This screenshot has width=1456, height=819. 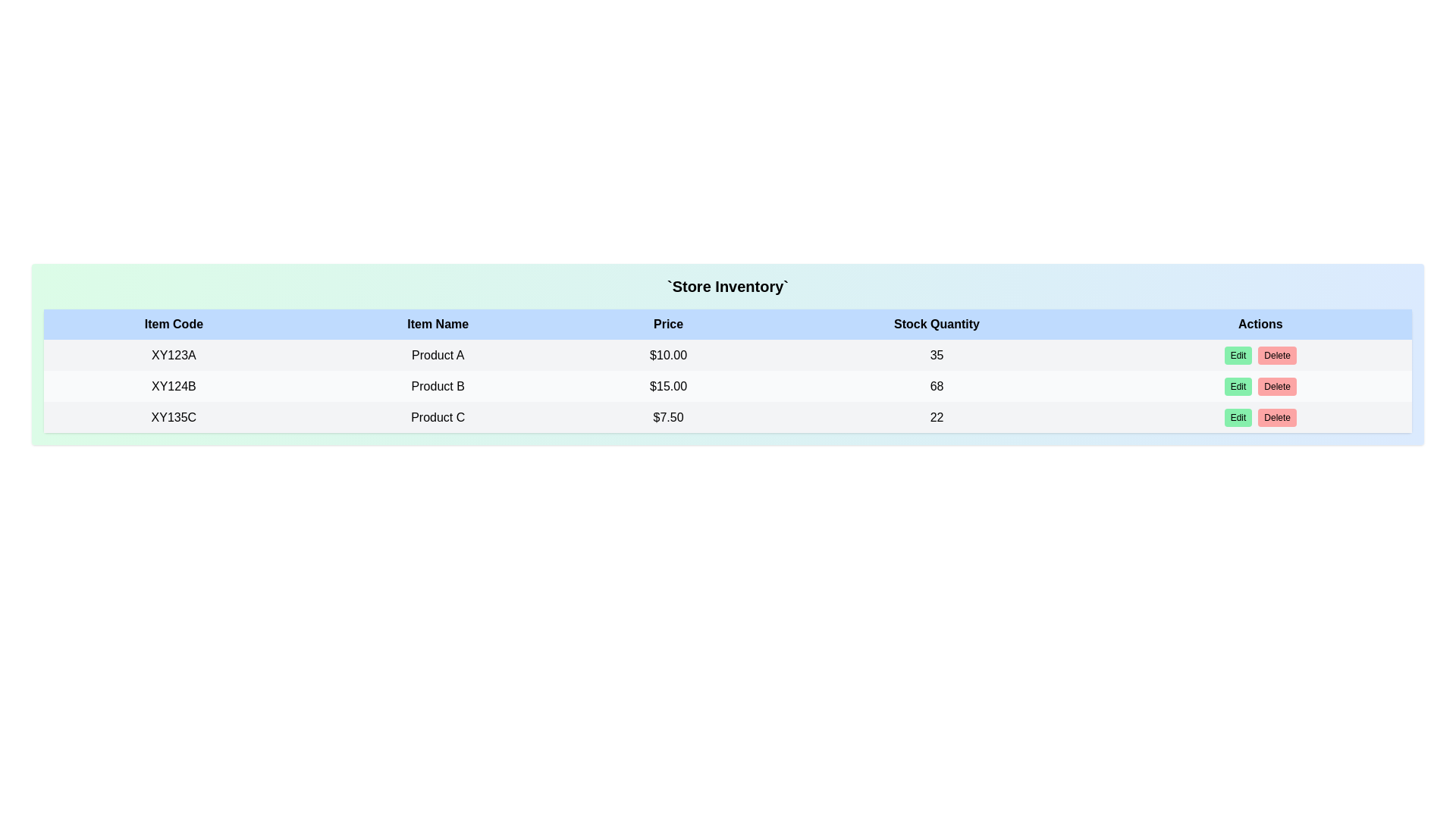 I want to click on the table header labeled 'Actions', which is the last column header in a table with a light blue background and bold black text, so click(x=1260, y=324).